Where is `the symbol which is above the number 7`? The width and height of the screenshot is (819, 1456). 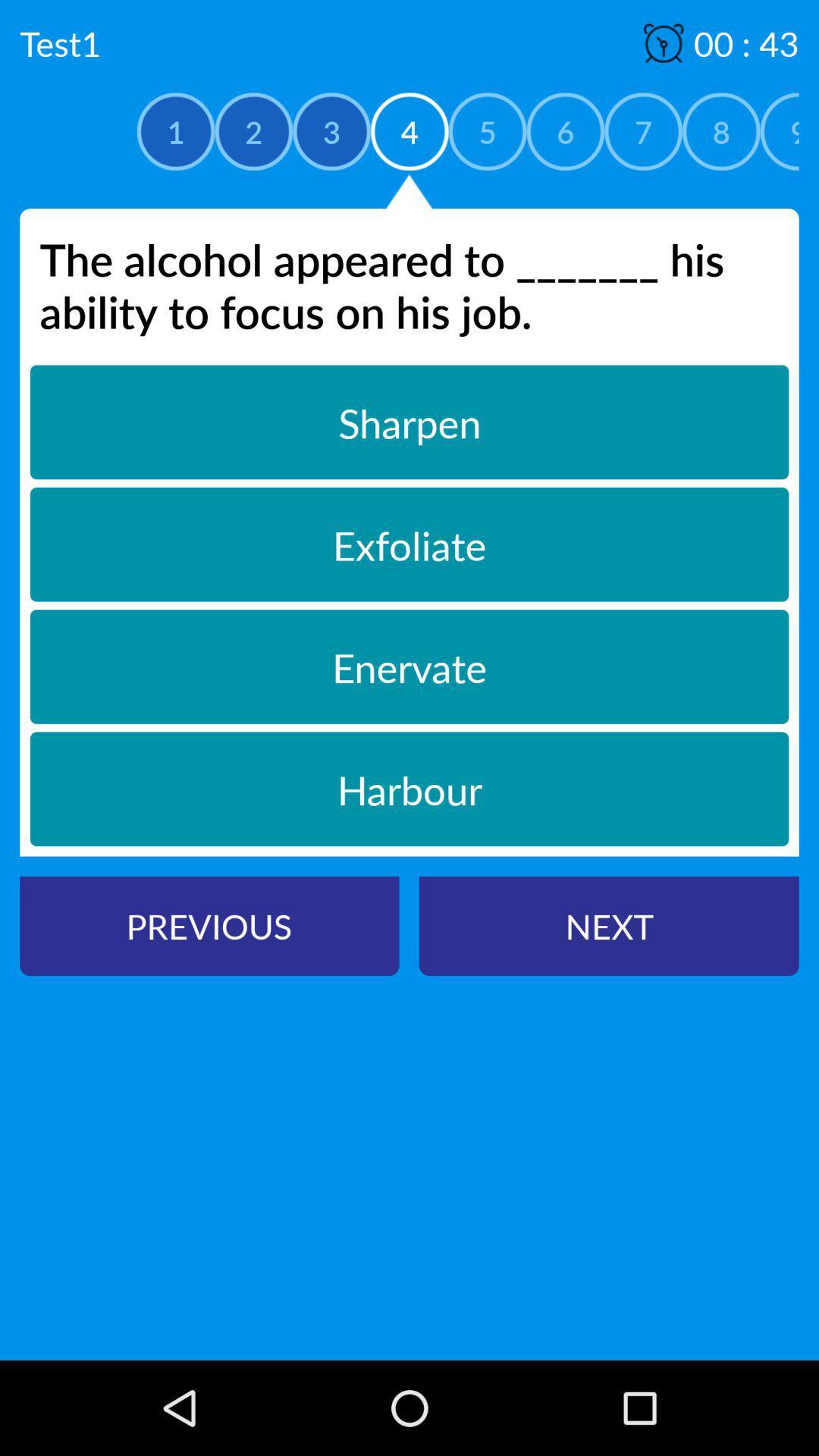
the symbol which is above the number 7 is located at coordinates (663, 43).